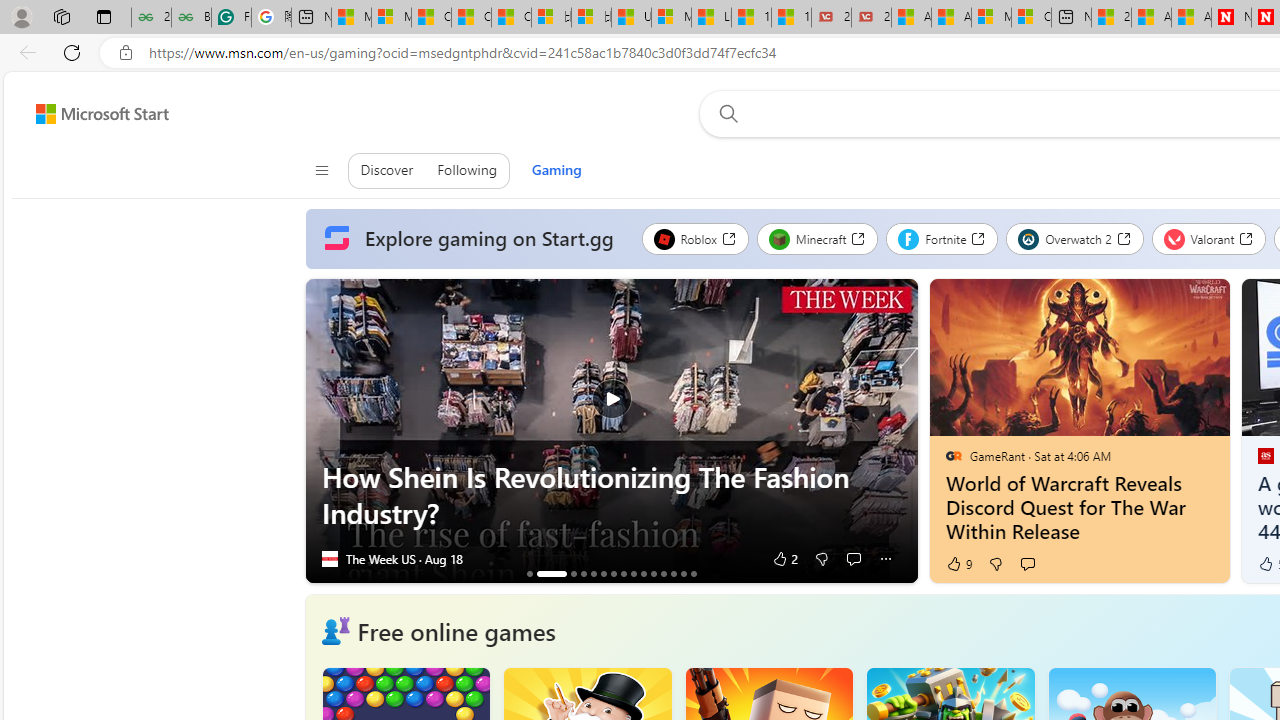 The height and width of the screenshot is (720, 1280). Describe the element at coordinates (1074, 238) in the screenshot. I see `'Overwatch 2'` at that location.